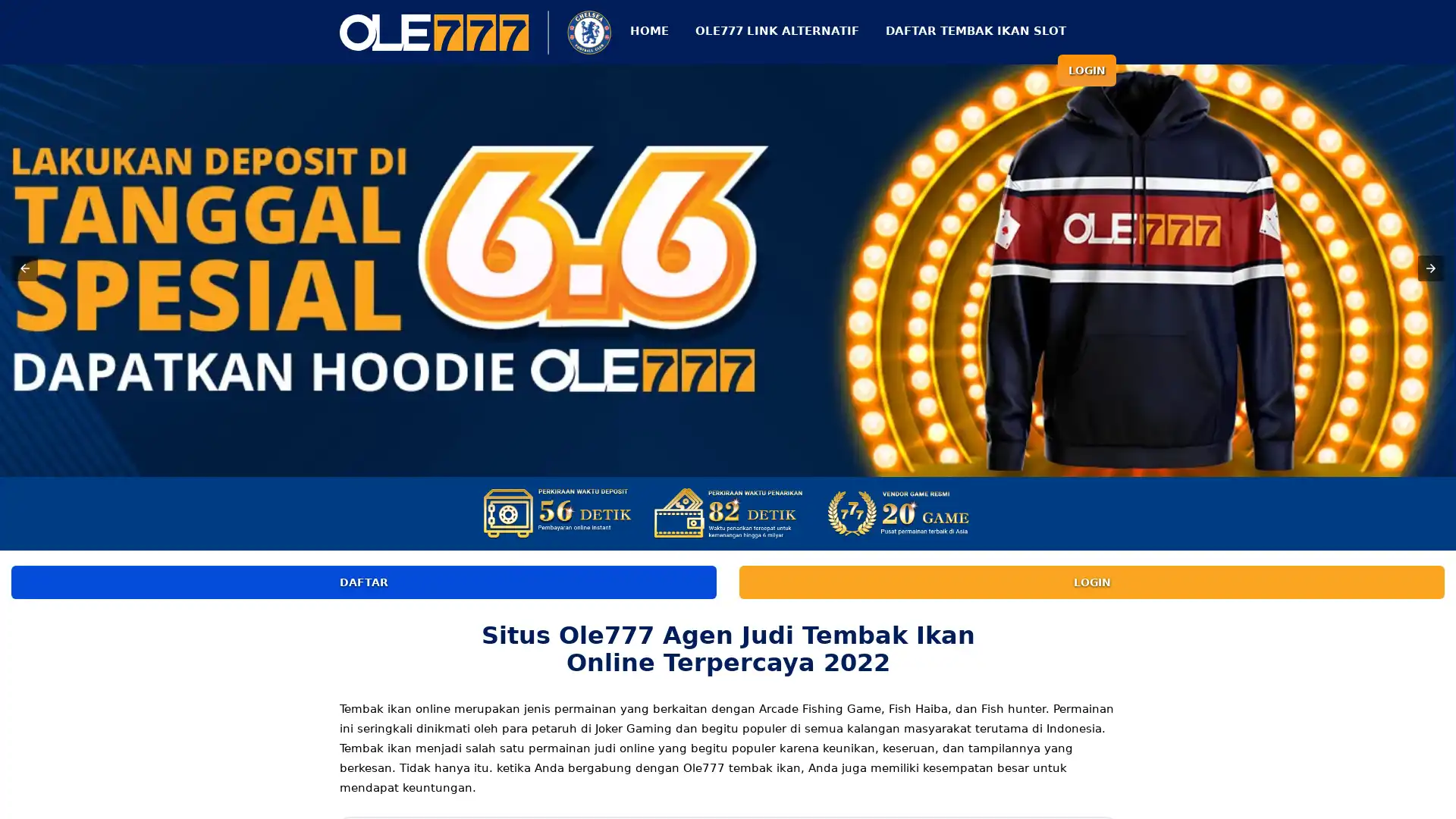  Describe the element at coordinates (25, 268) in the screenshot. I see `Previous item in carousel (2 of 3)` at that location.